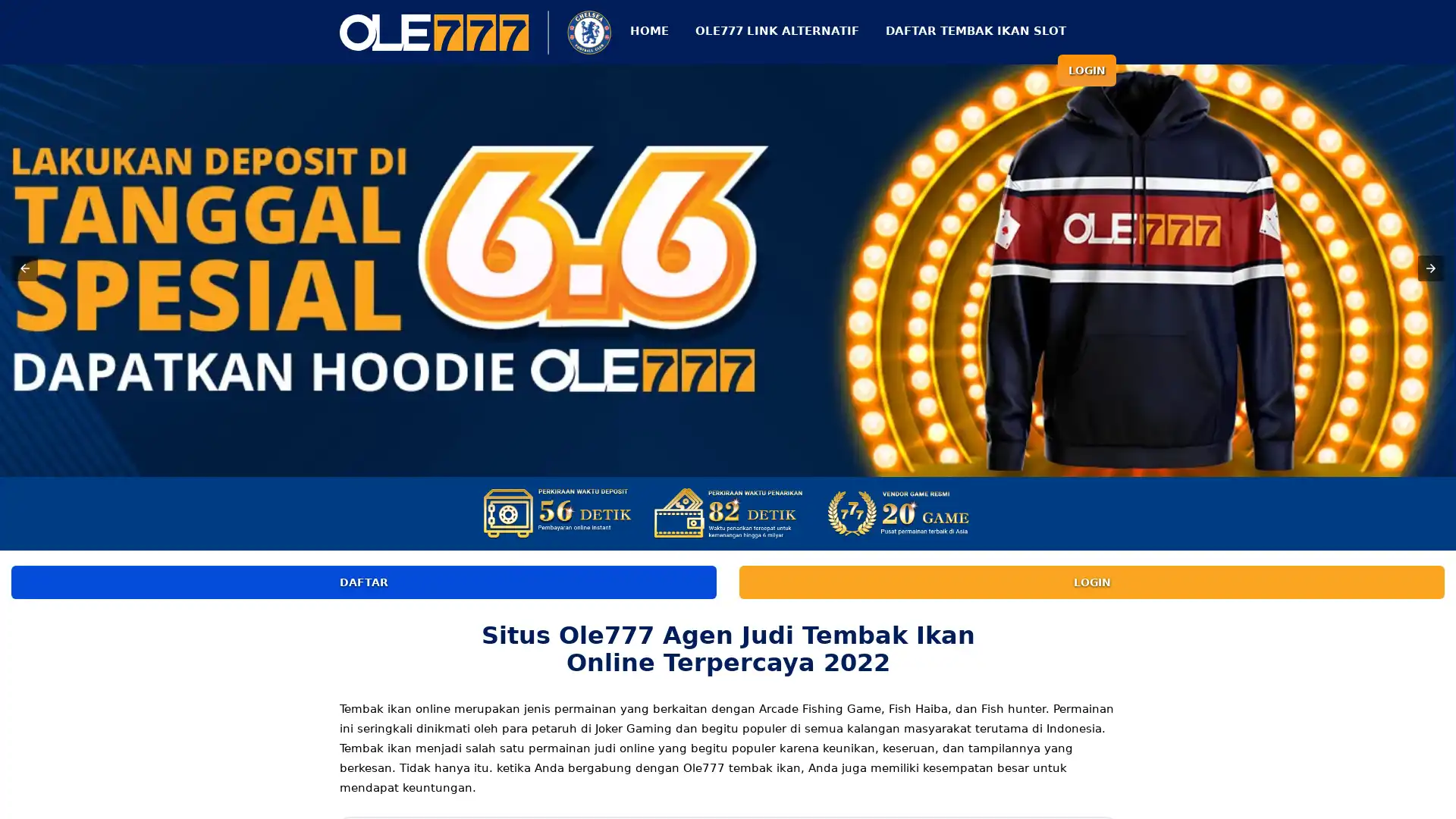  Describe the element at coordinates (25, 268) in the screenshot. I see `Previous item in carousel (2 of 3)` at that location.